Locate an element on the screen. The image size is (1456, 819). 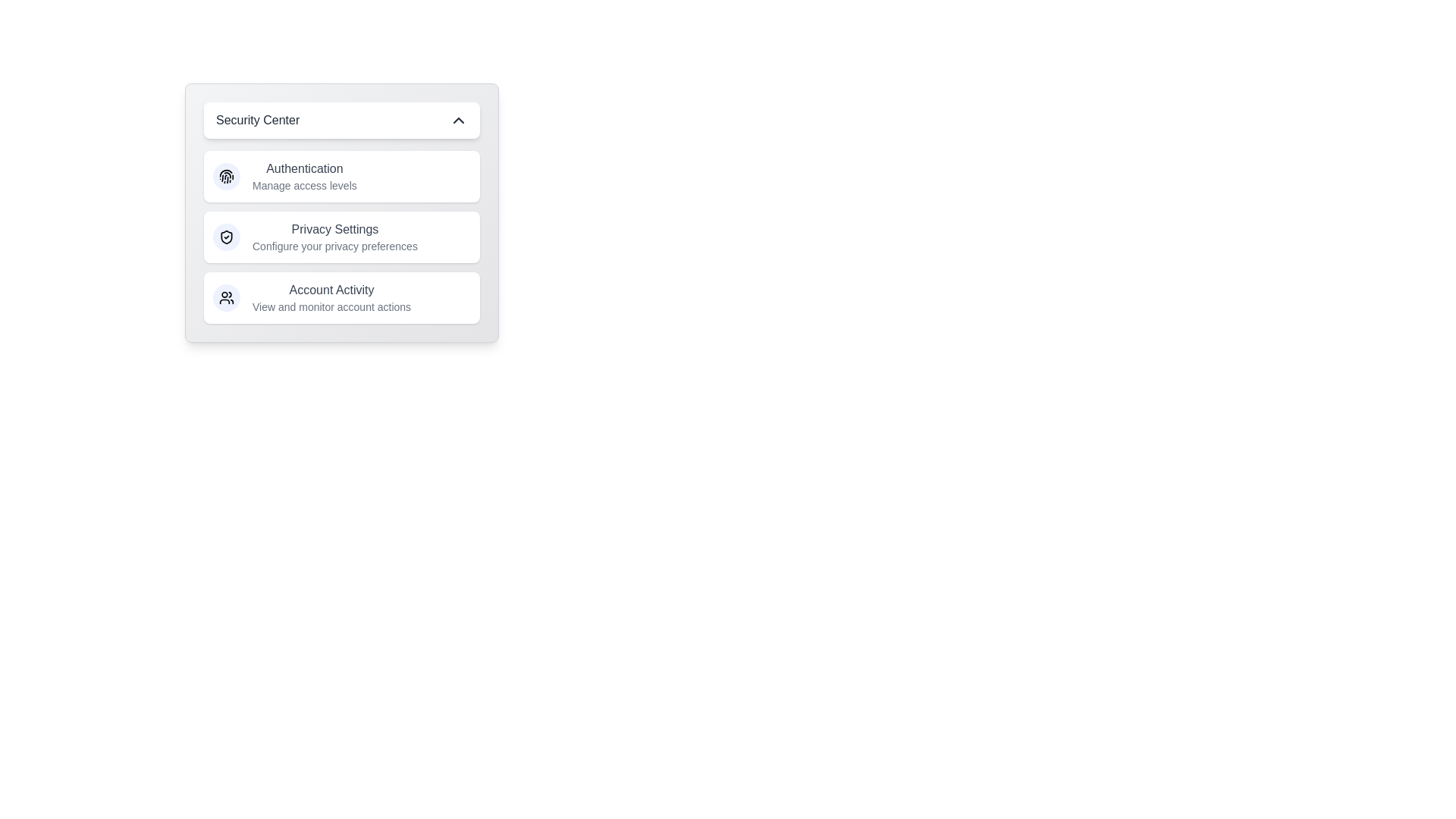
the menu item Authentication to perform the corresponding action is located at coordinates (341, 175).